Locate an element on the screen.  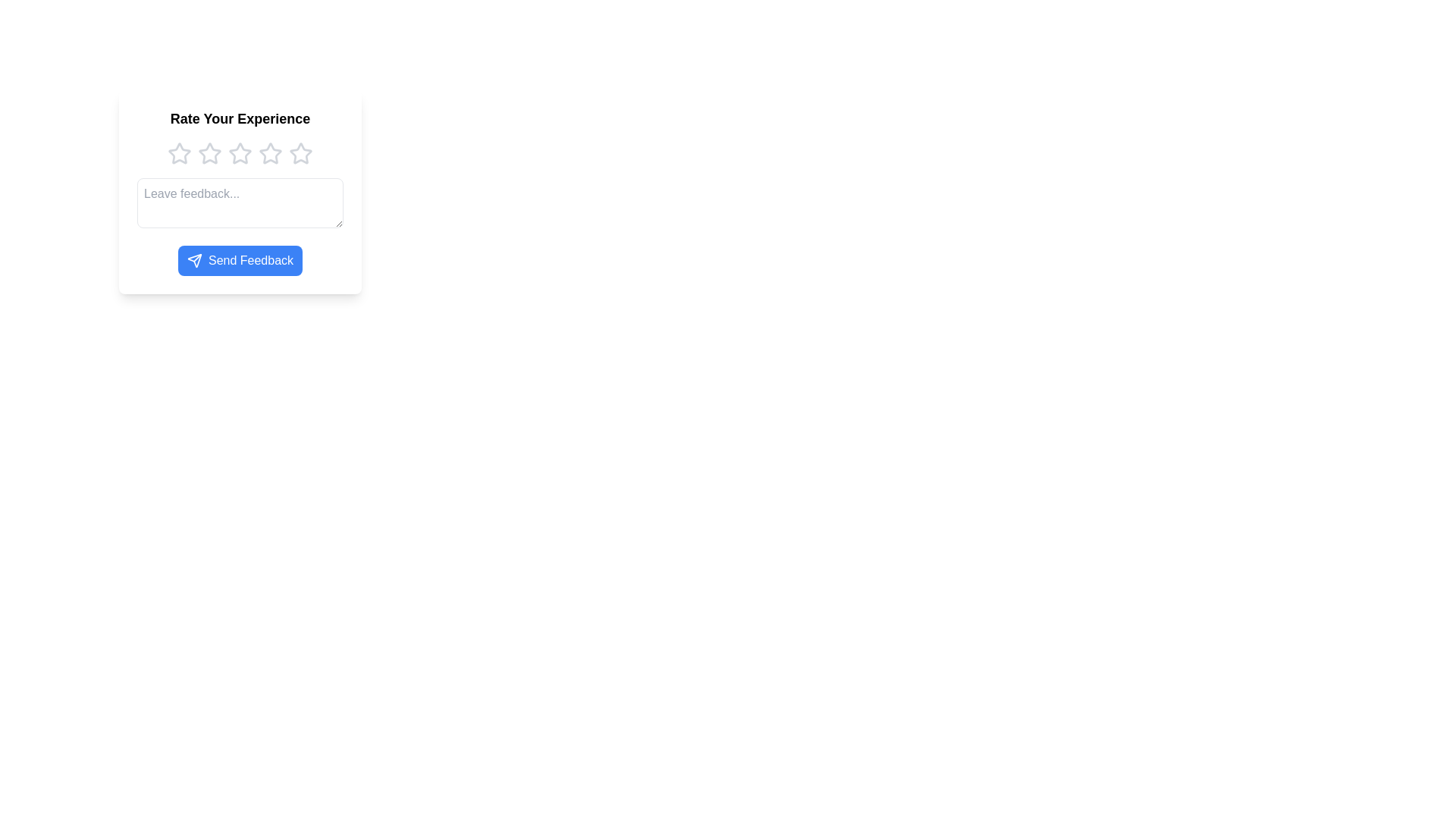
the second interactive star icon in the horizontal row for keyboard navigation is located at coordinates (239, 153).